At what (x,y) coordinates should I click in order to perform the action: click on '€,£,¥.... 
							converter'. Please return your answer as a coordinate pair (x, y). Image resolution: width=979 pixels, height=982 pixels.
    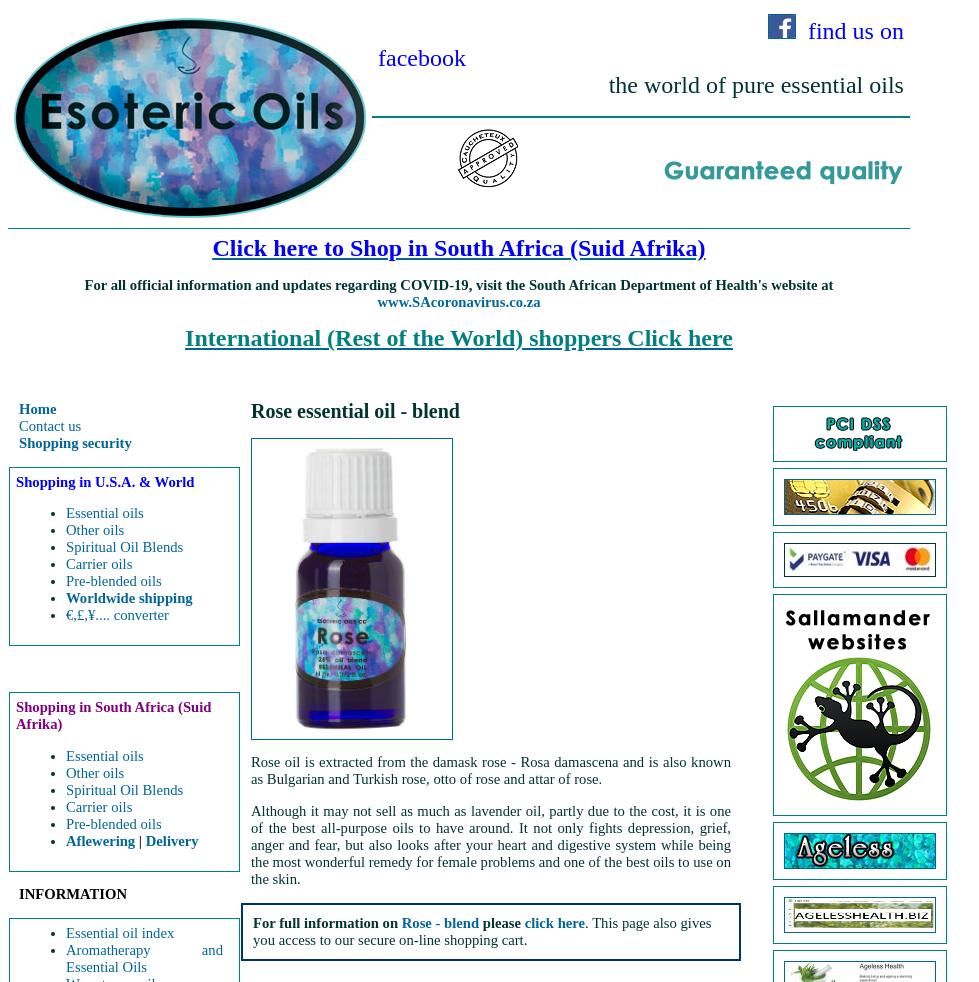
    Looking at the image, I should click on (65, 614).